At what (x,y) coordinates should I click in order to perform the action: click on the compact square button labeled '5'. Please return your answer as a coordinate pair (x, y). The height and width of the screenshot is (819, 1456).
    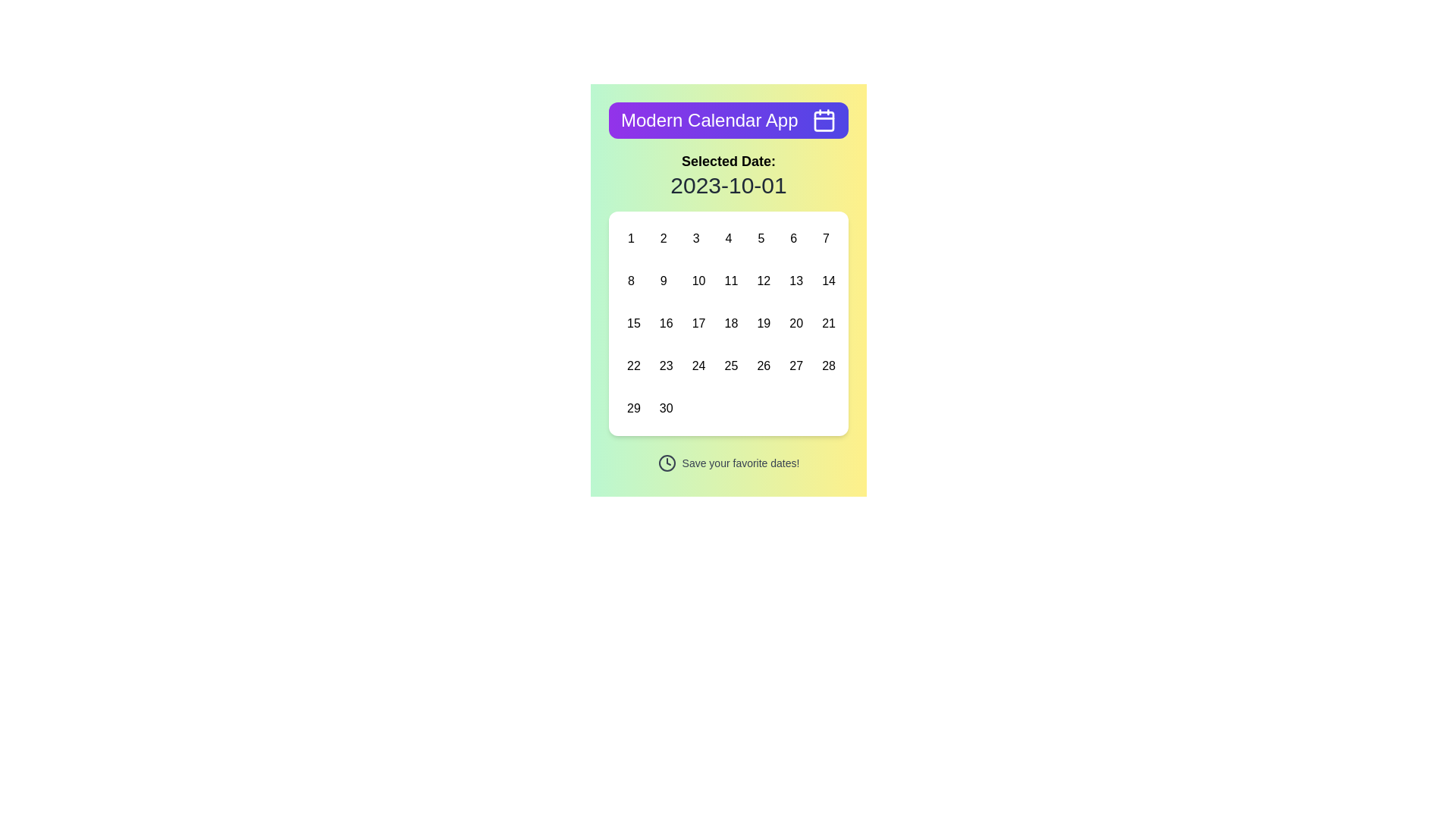
    Looking at the image, I should click on (761, 239).